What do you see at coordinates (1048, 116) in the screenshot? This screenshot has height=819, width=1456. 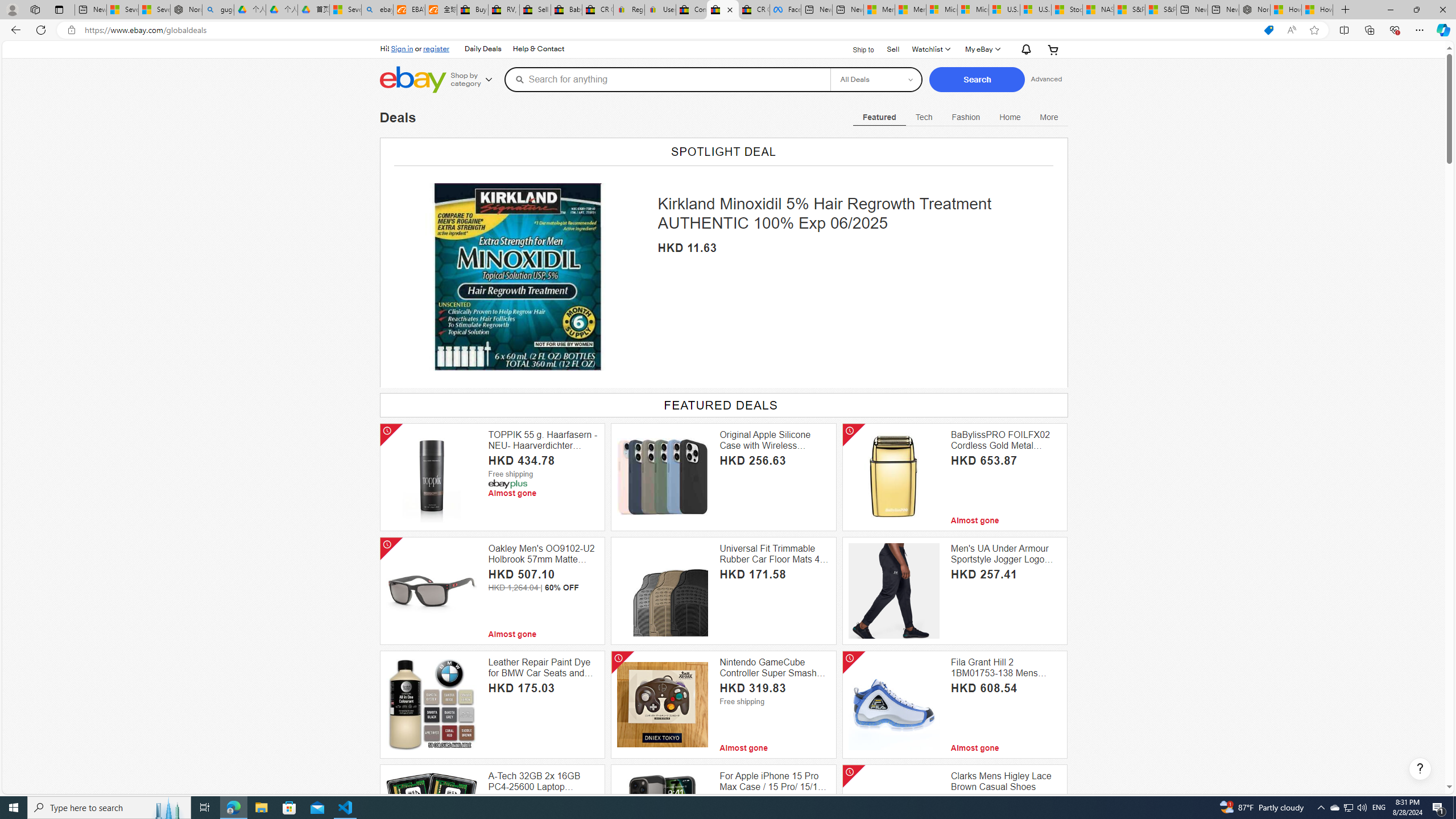 I see `'More'` at bounding box center [1048, 116].